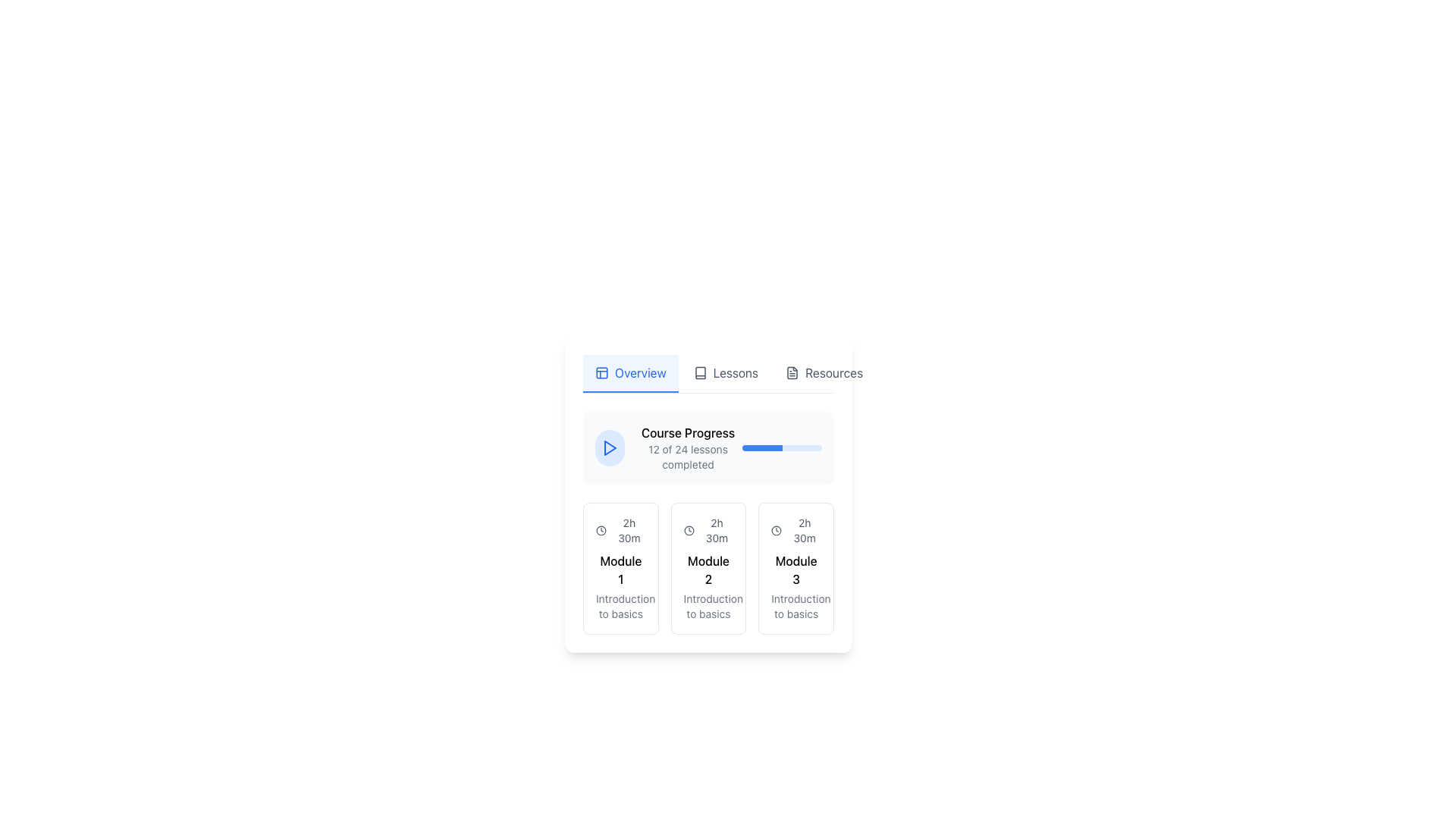 The height and width of the screenshot is (819, 1456). What do you see at coordinates (795, 570) in the screenshot?
I see `the text label displaying 'Module 3', which is located within the third card of a horizontal row, positioned centrally under a clock icon and above 'Introduction to basics'` at bounding box center [795, 570].